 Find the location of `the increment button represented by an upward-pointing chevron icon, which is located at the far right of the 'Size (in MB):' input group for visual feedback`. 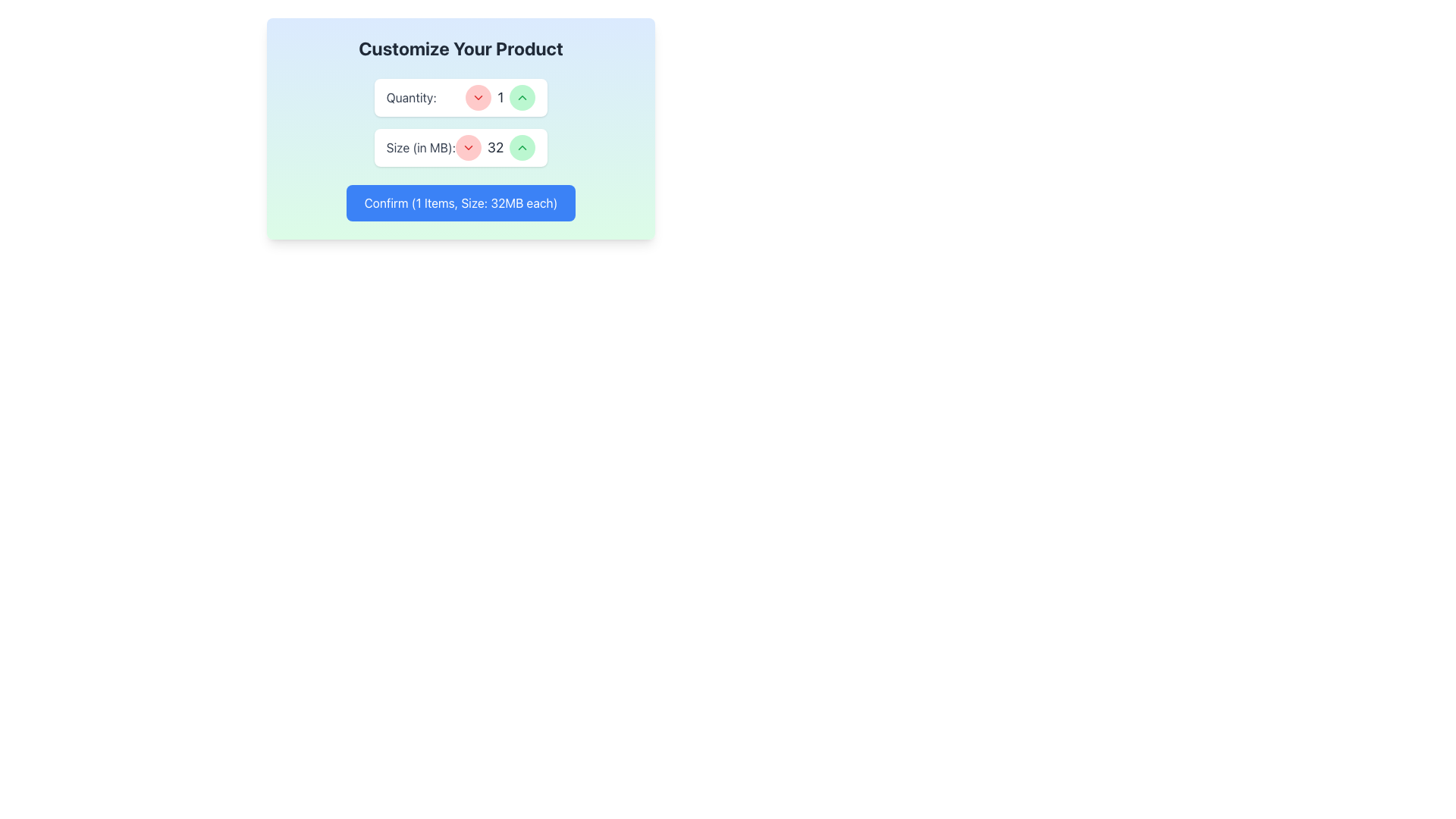

the increment button represented by an upward-pointing chevron icon, which is located at the far right of the 'Size (in MB):' input group for visual feedback is located at coordinates (522, 97).